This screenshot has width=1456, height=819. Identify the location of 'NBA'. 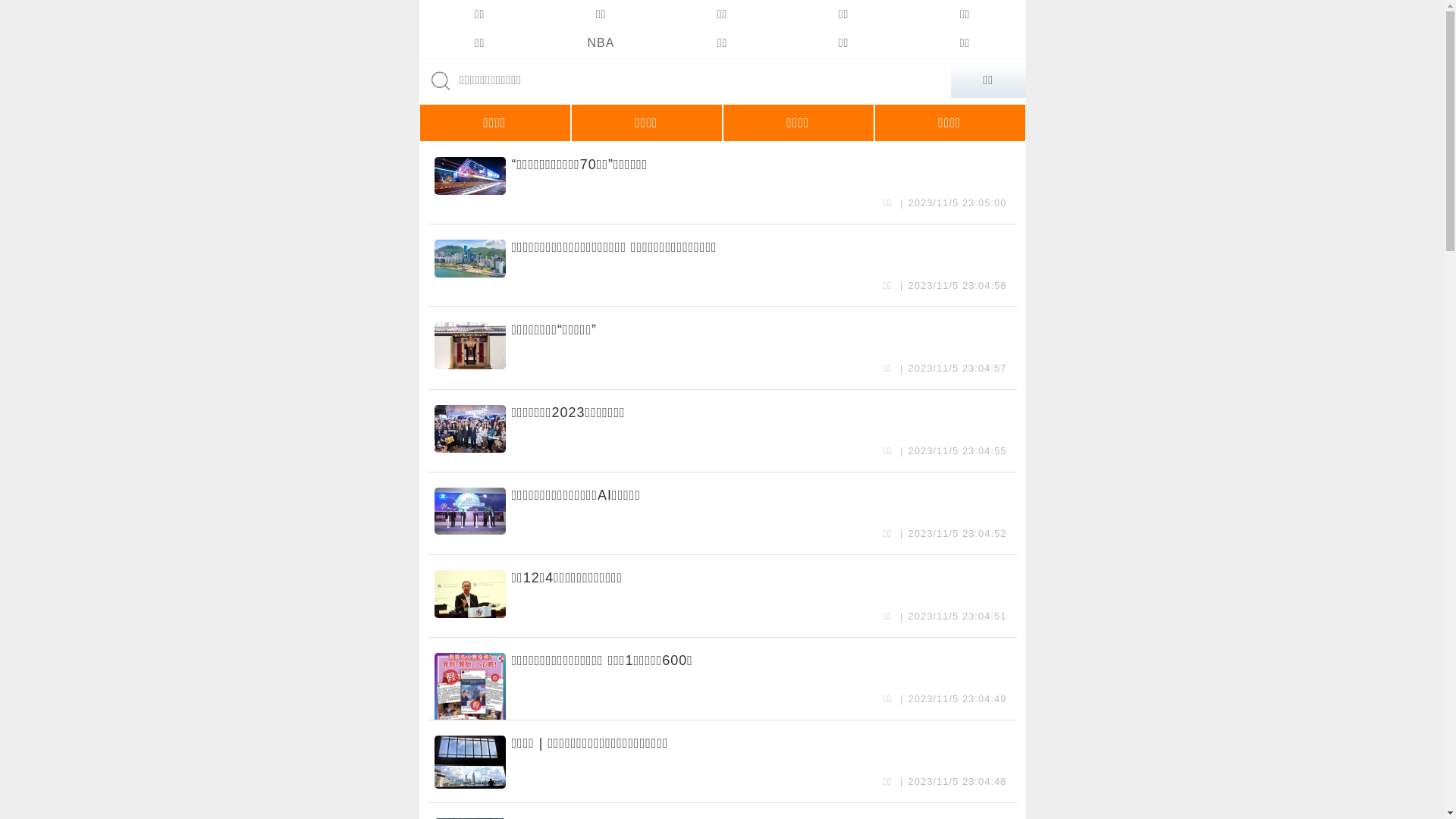
(539, 42).